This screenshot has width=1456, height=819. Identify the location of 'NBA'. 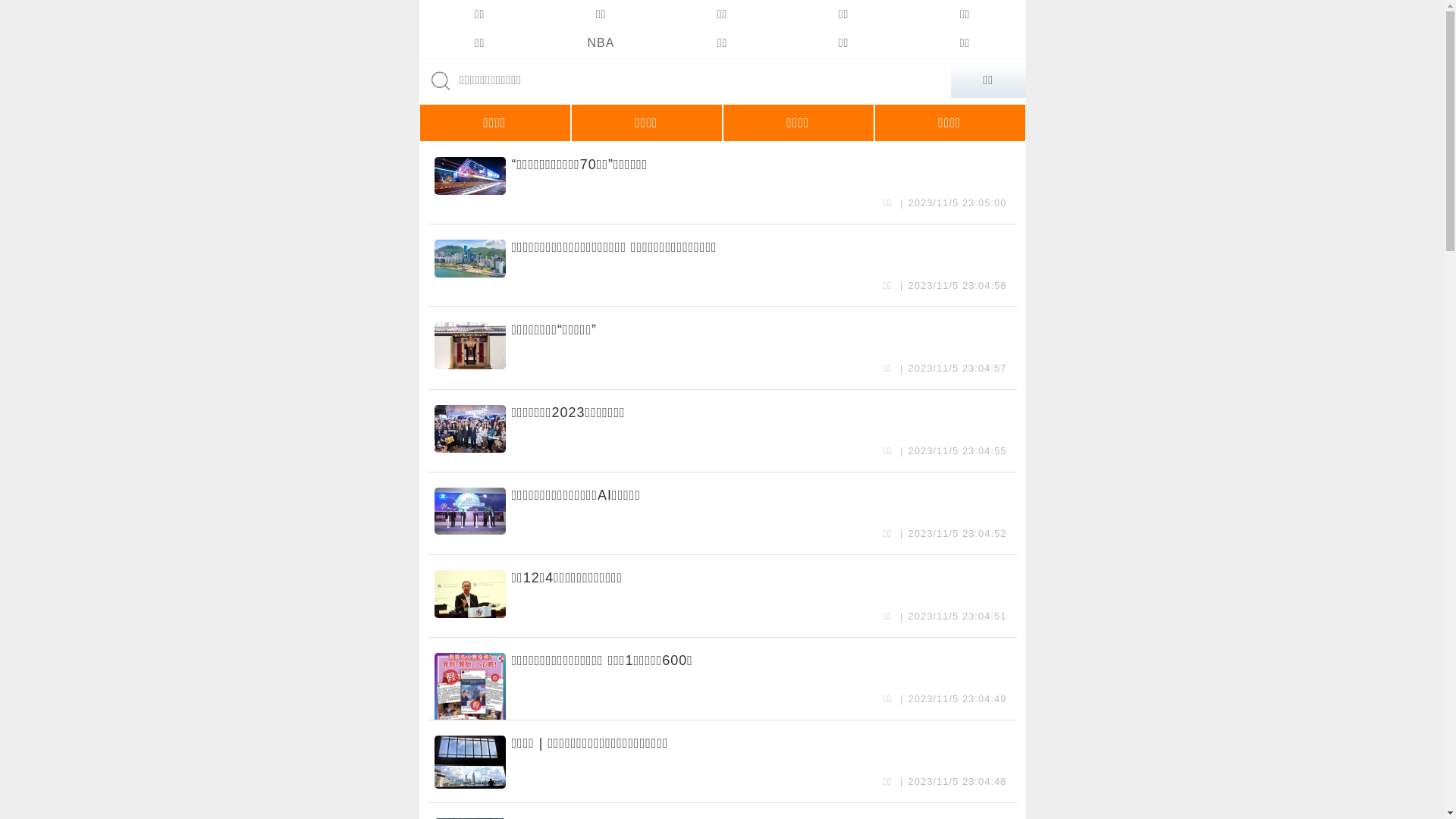
(539, 42).